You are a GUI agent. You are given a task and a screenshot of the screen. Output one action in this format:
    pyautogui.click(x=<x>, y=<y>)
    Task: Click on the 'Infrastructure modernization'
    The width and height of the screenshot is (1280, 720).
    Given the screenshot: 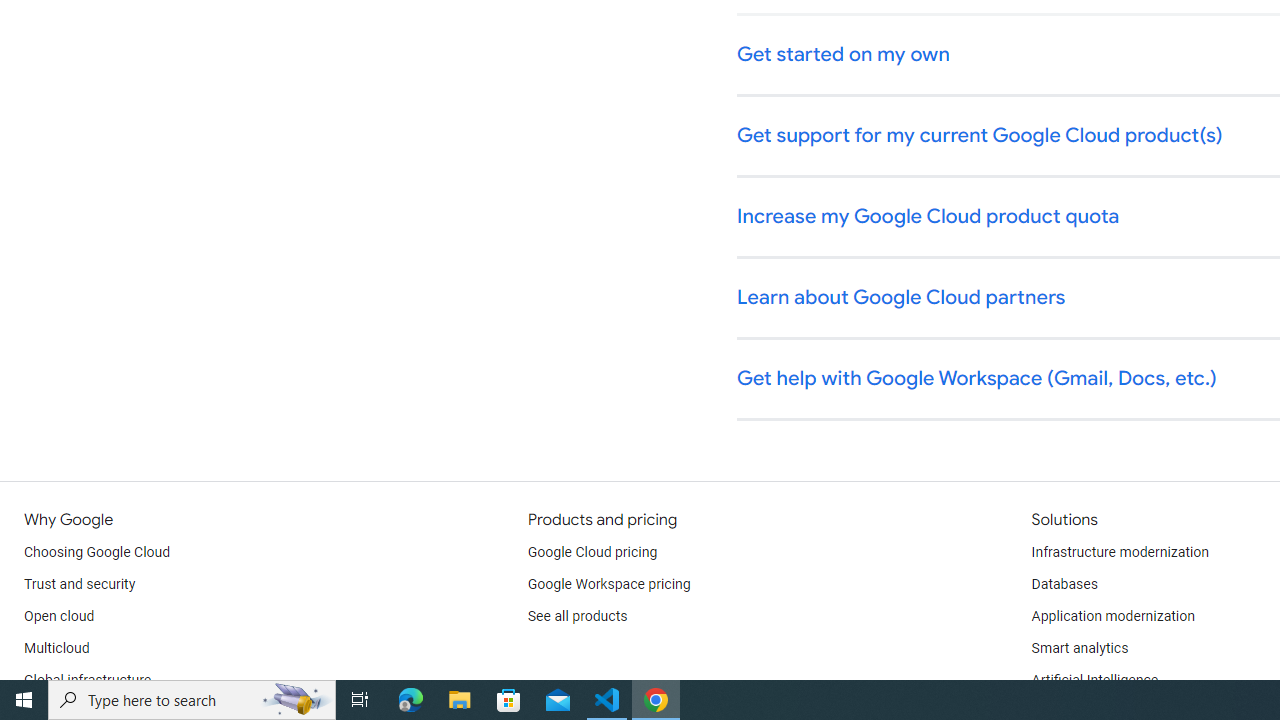 What is the action you would take?
    pyautogui.click(x=1120, y=552)
    